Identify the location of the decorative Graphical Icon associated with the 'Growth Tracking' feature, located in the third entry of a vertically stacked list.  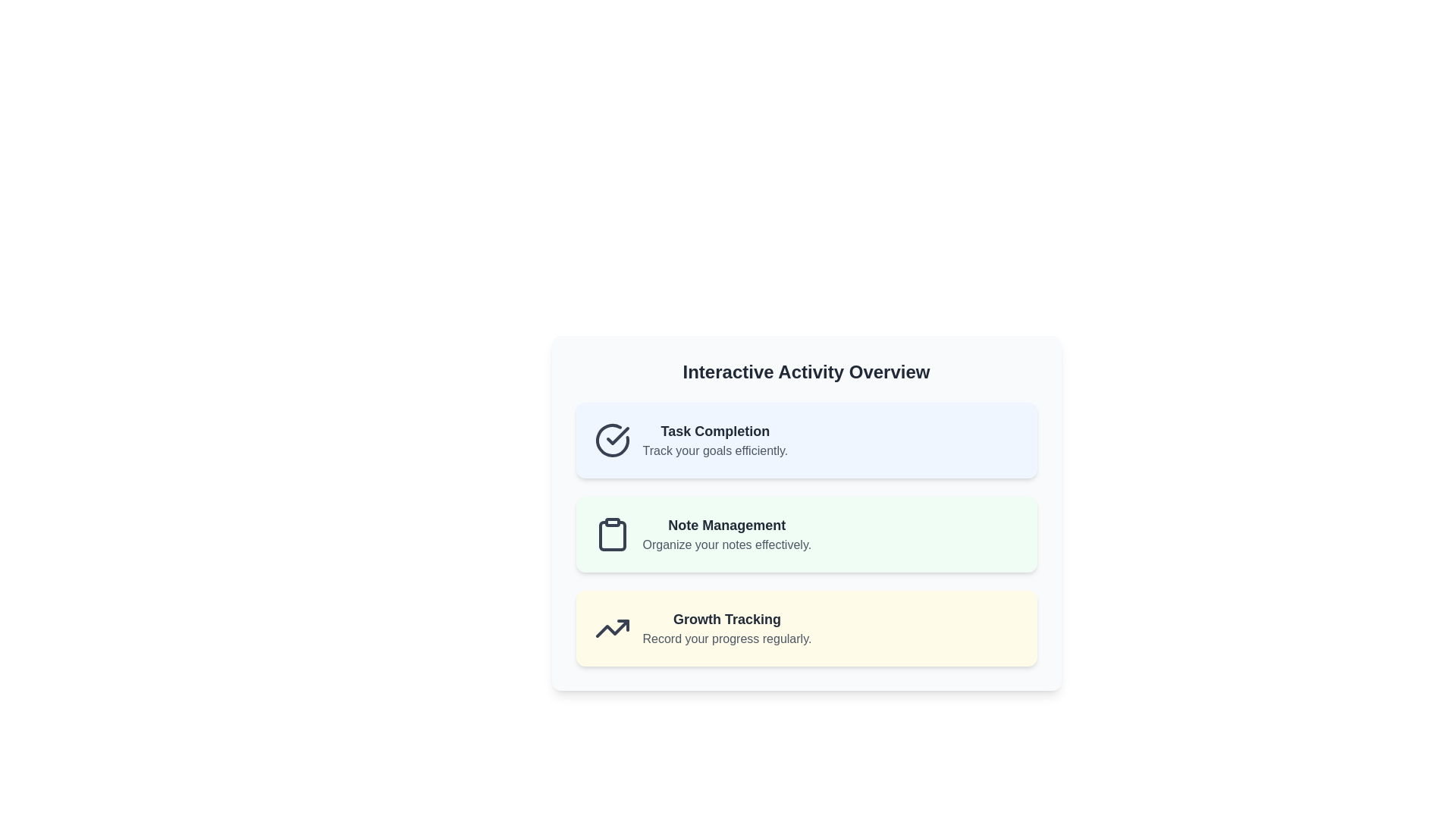
(612, 629).